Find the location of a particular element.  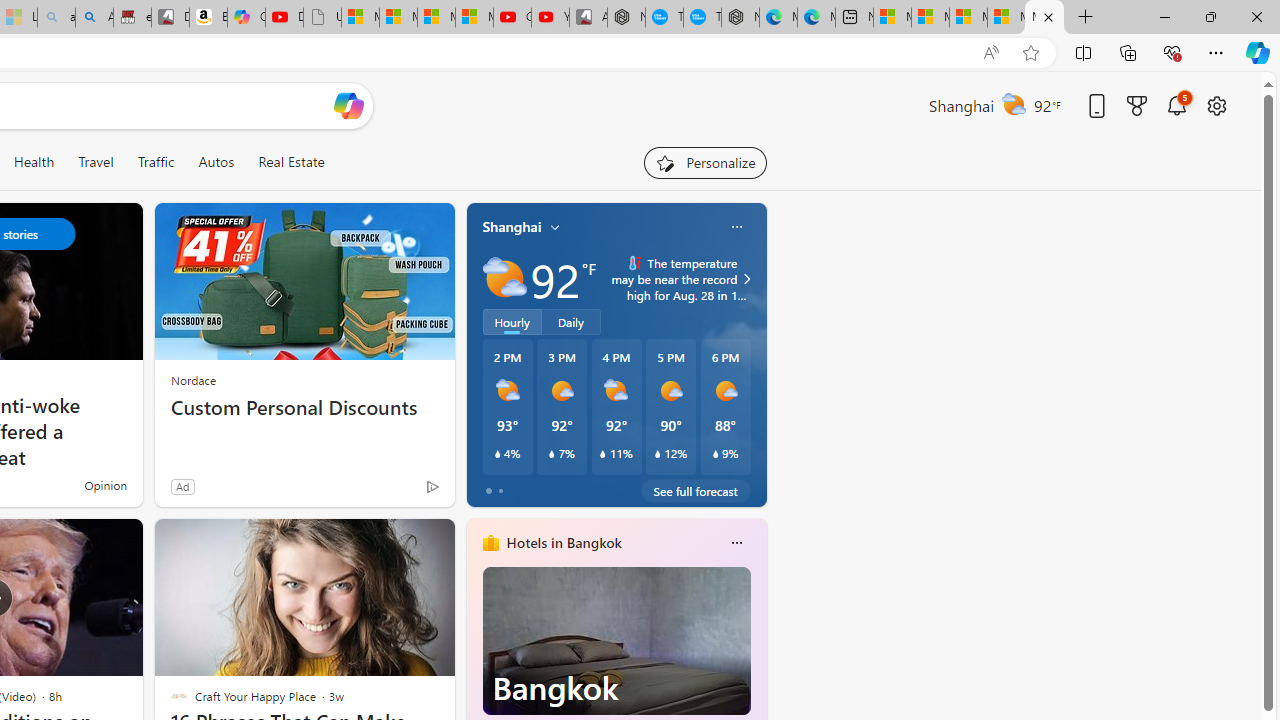

'Shanghai' is located at coordinates (512, 226).